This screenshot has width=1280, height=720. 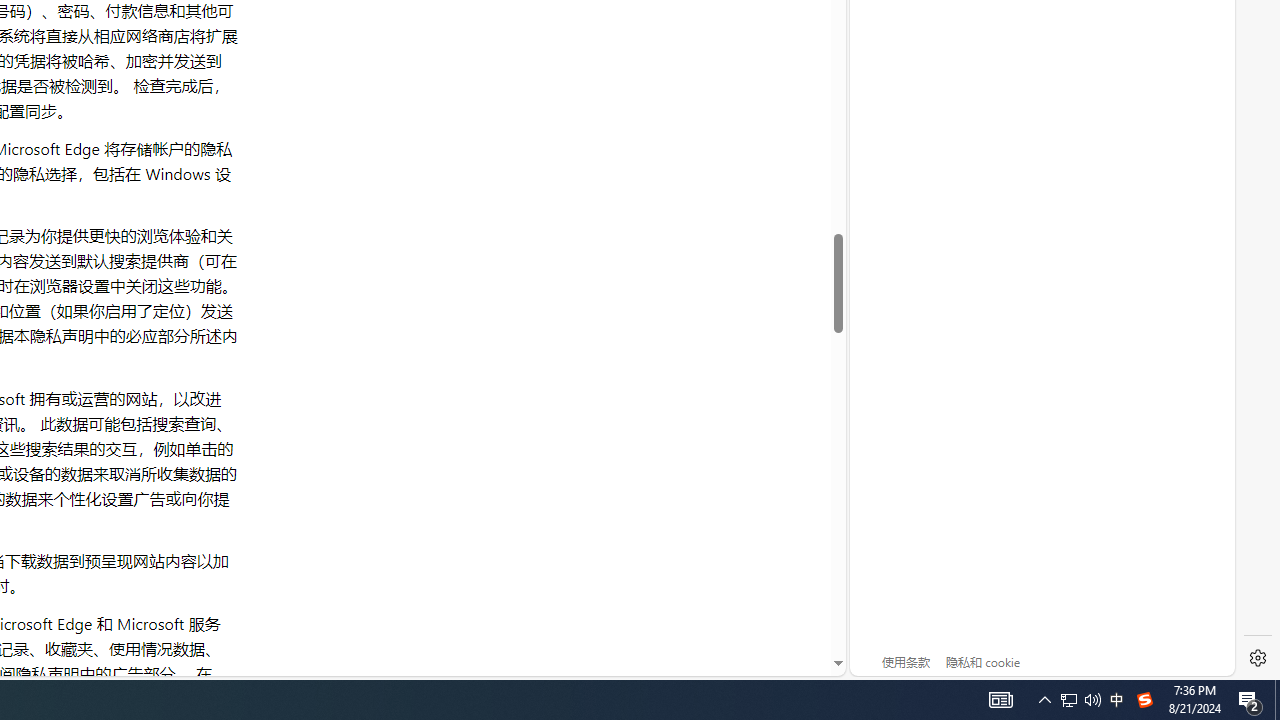 What do you see at coordinates (1257, 658) in the screenshot?
I see `'Settings'` at bounding box center [1257, 658].